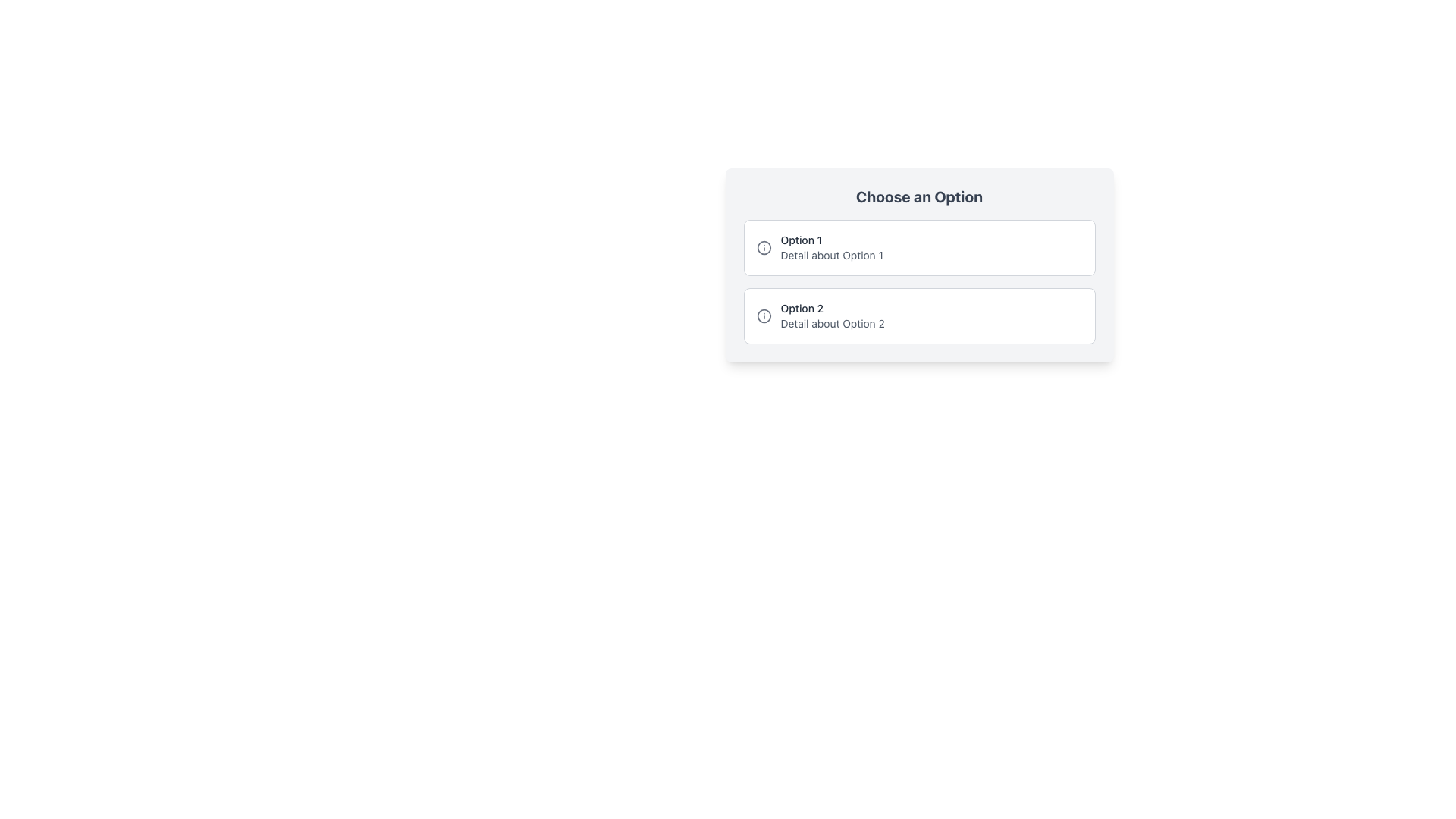  Describe the element at coordinates (764, 315) in the screenshot. I see `the informational icon located to the left of the text 'Option 2' within the second option box under the heading 'Choose an Option'` at that location.